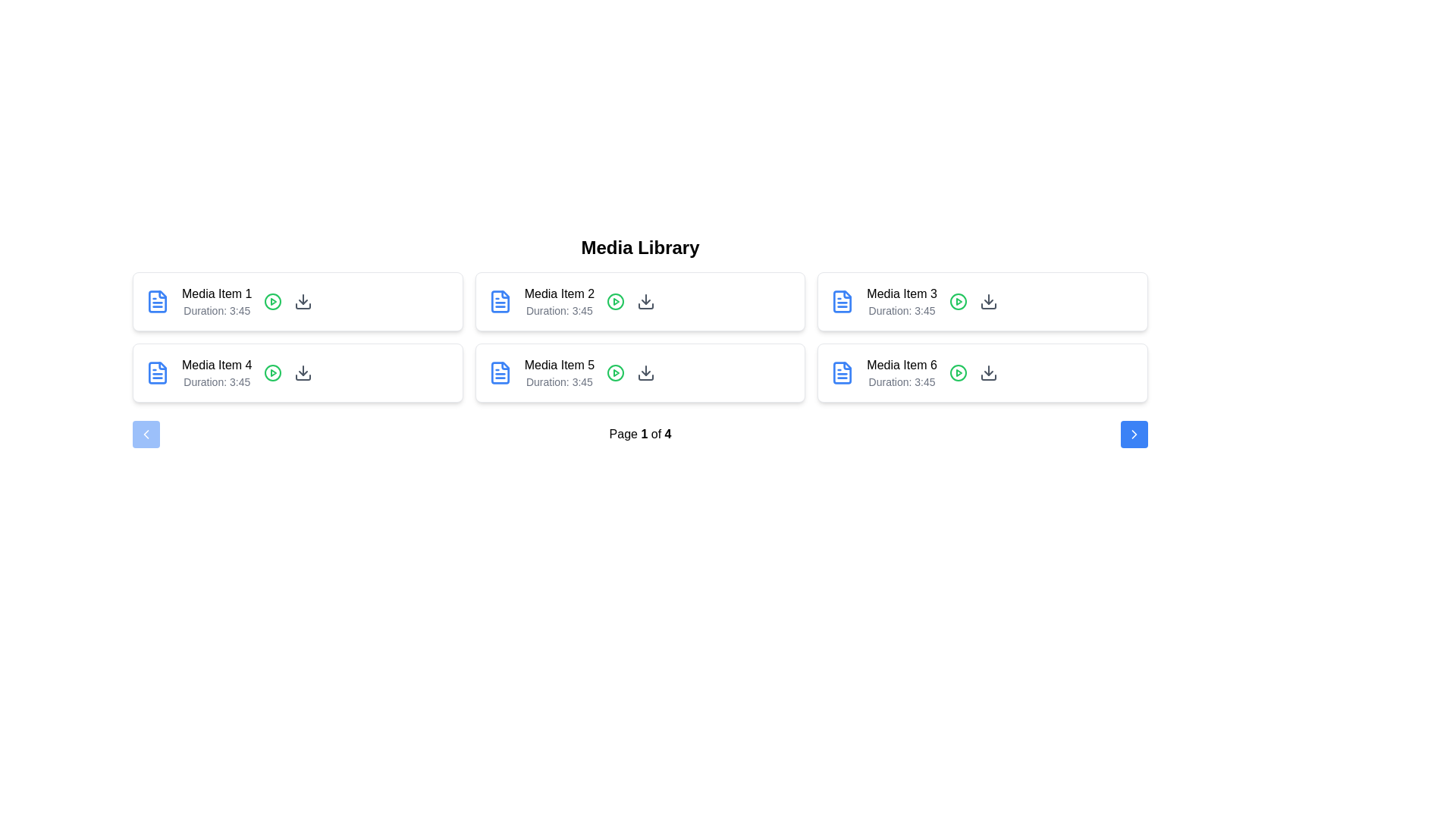 This screenshot has width=1456, height=819. What do you see at coordinates (1134, 435) in the screenshot?
I see `the 'Next Page' button located in the bottom-right corner of the interface` at bounding box center [1134, 435].